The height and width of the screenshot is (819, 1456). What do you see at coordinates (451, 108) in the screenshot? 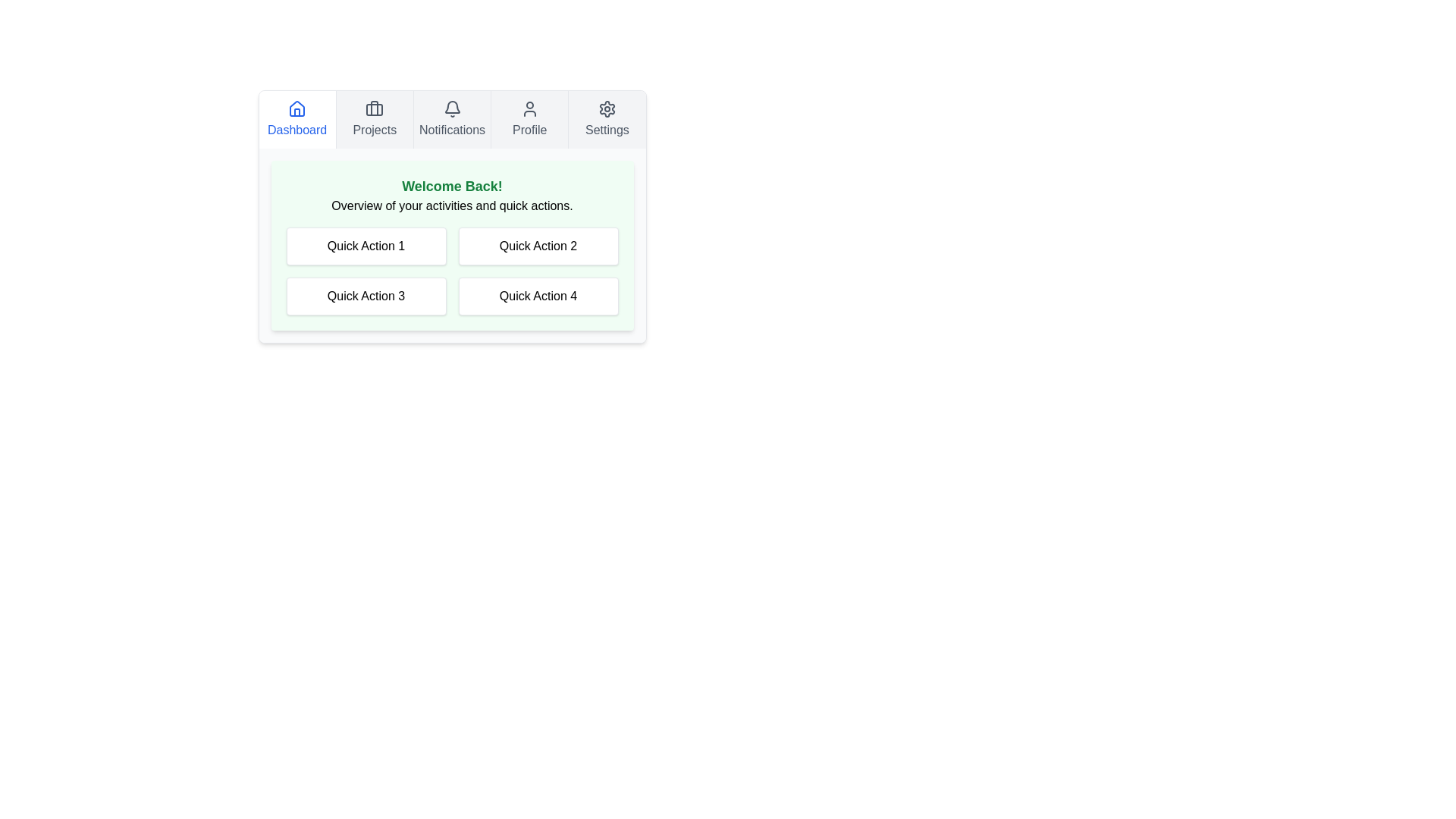
I see `the bell icon located centrally on the top navigation bar` at bounding box center [451, 108].